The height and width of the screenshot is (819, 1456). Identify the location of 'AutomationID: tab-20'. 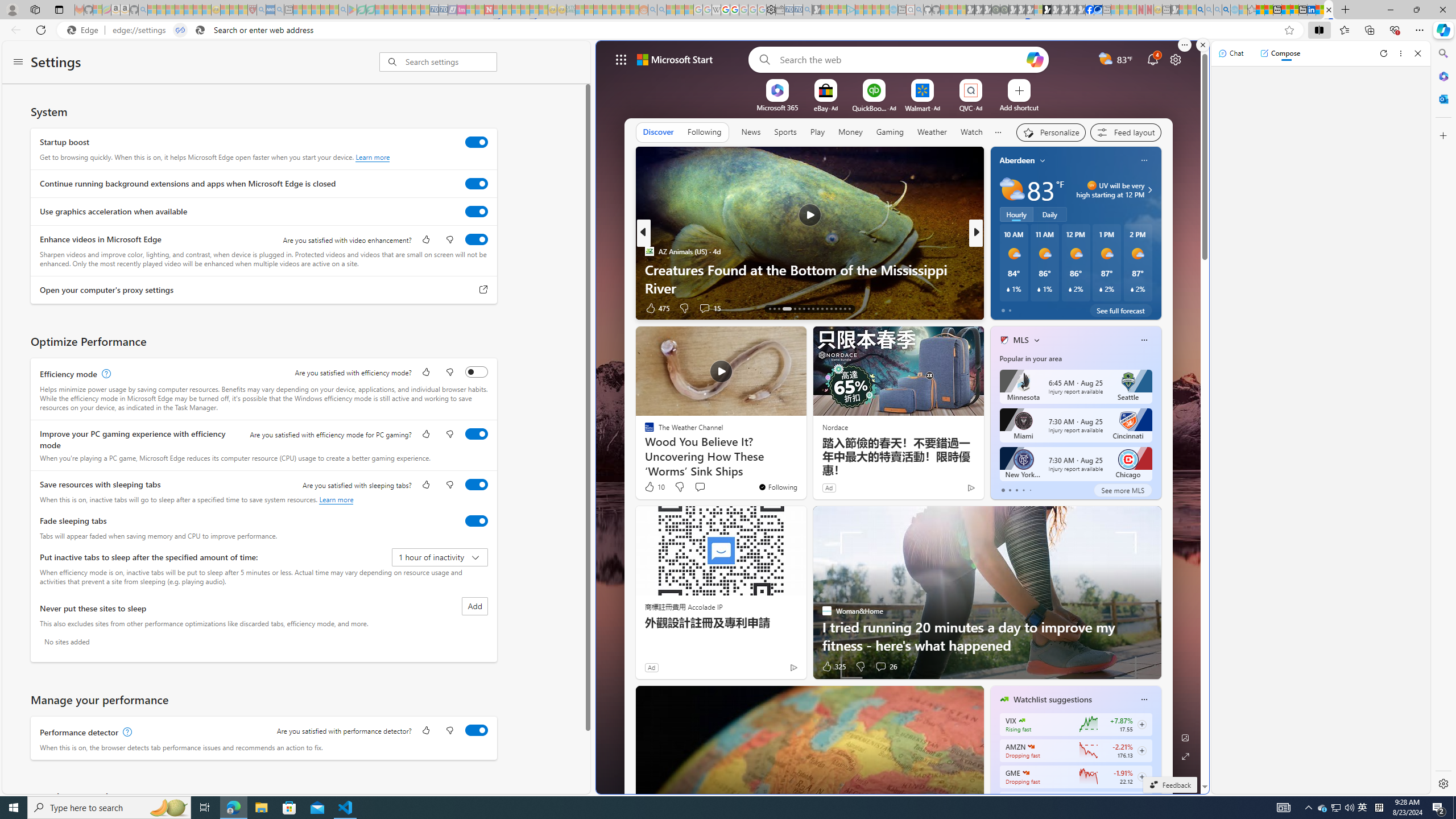
(809, 308).